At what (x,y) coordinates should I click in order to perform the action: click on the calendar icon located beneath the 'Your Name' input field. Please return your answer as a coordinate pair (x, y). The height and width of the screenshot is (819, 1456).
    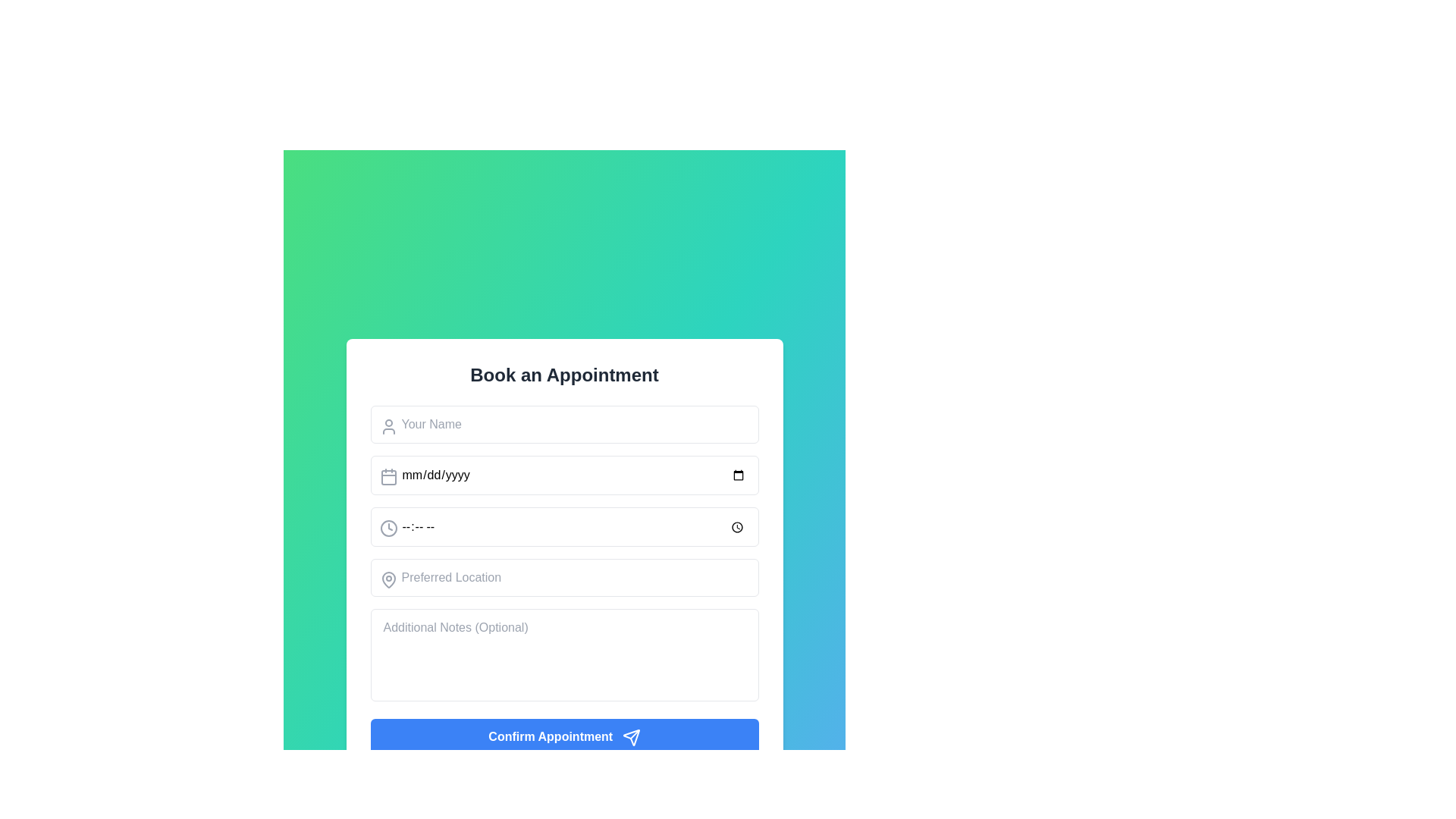
    Looking at the image, I should click on (388, 476).